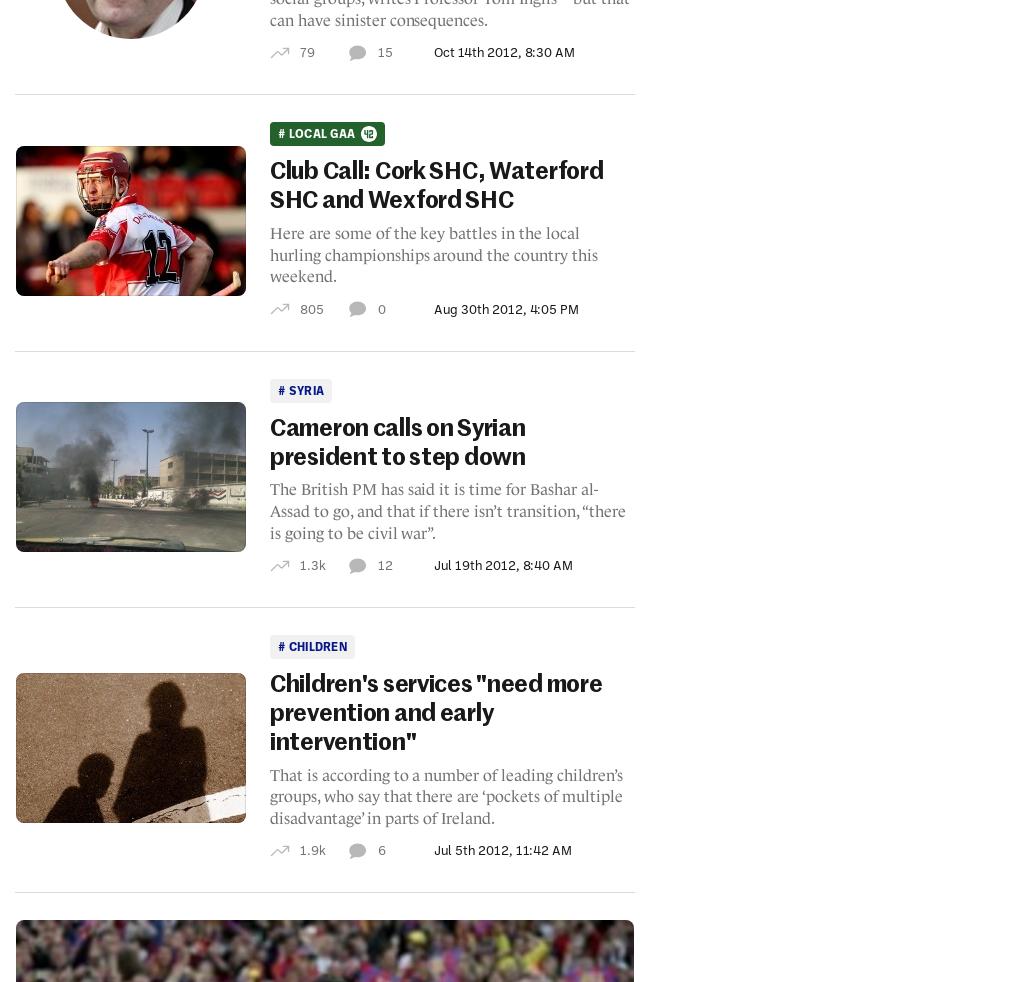  I want to click on '1.9k', so click(311, 850).